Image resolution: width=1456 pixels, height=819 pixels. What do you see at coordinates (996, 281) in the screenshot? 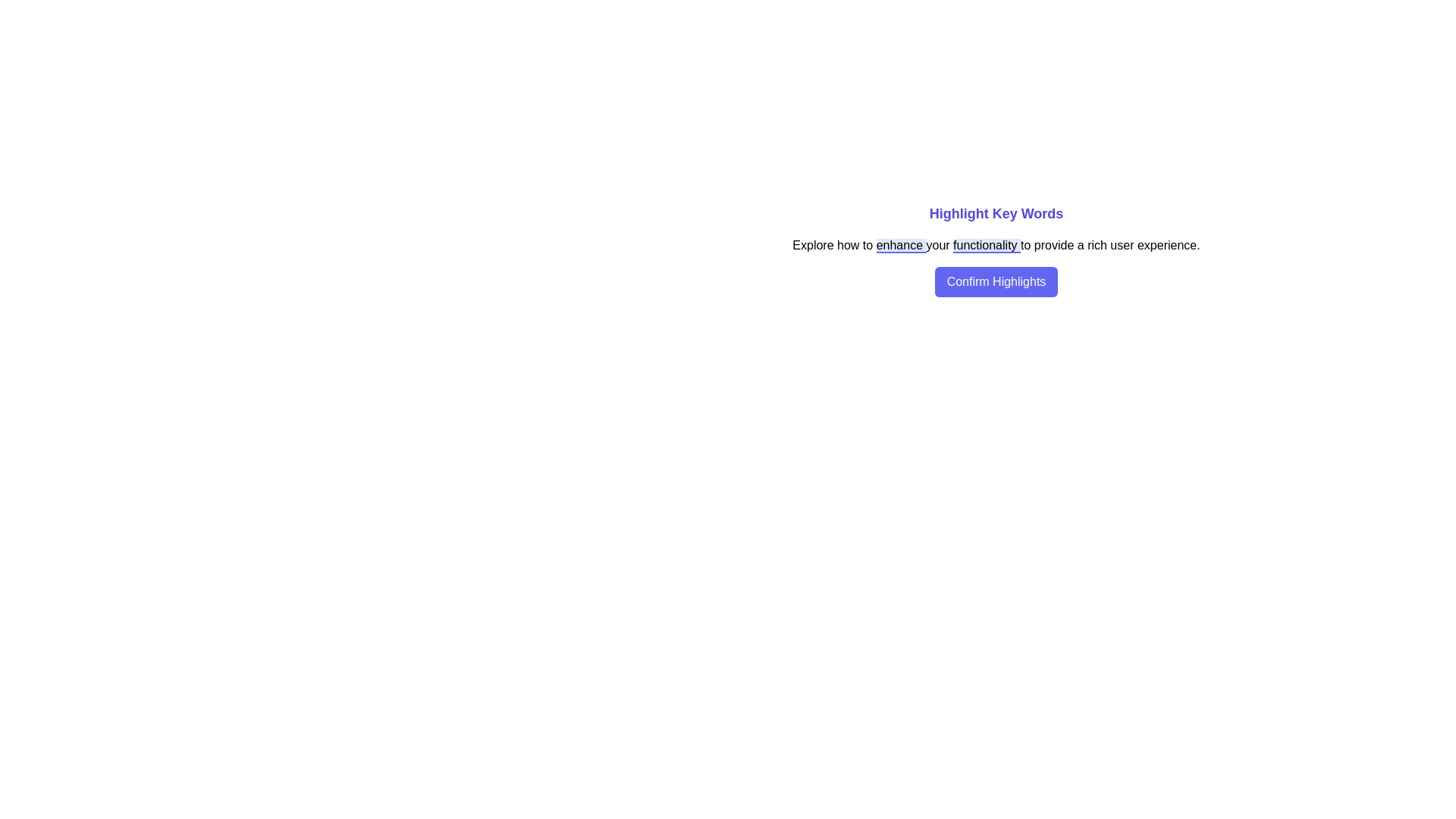
I see `the 'Confirm Highlights' button` at bounding box center [996, 281].